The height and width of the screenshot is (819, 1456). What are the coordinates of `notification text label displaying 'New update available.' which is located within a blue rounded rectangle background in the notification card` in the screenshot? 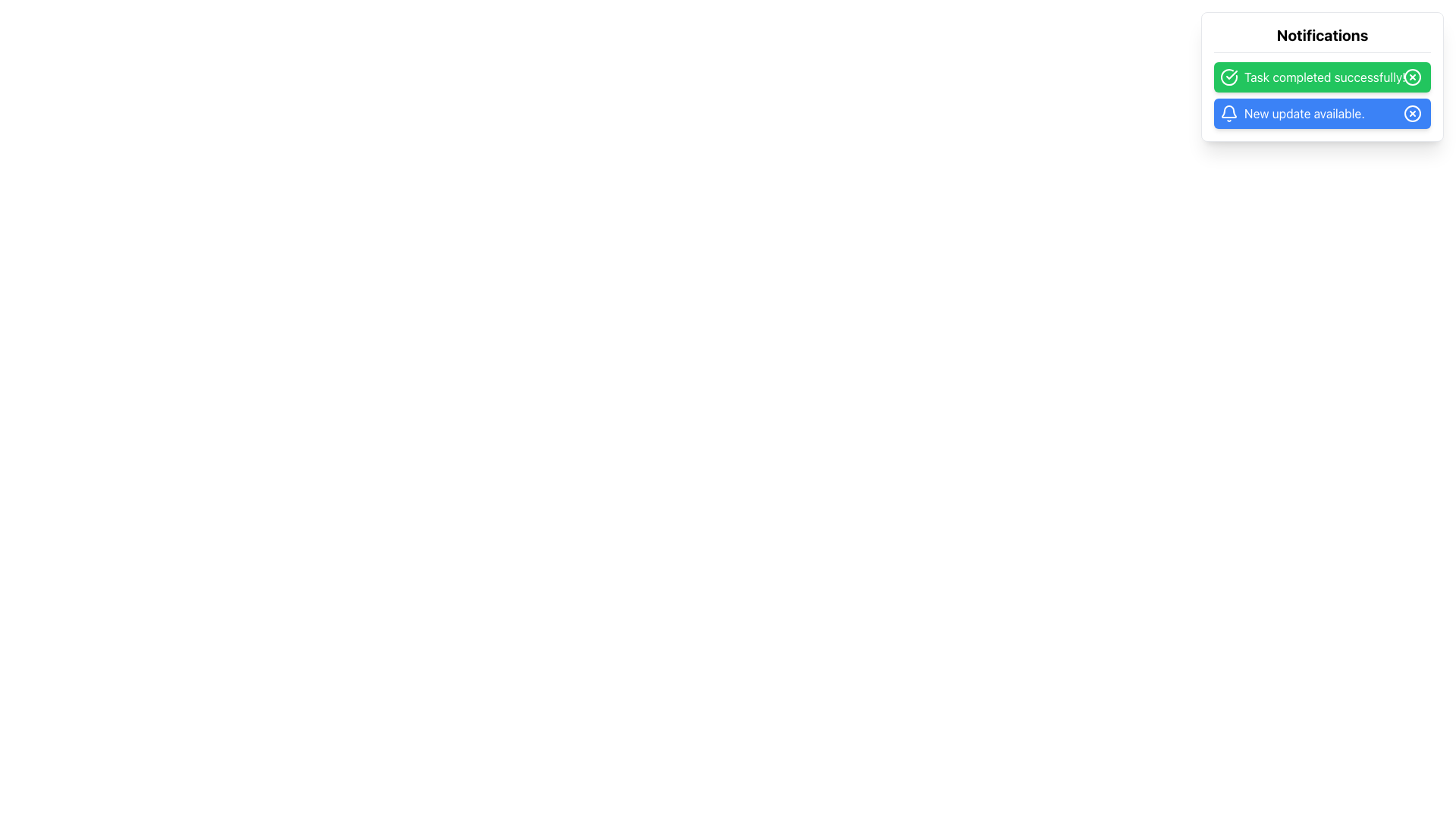 It's located at (1304, 113).